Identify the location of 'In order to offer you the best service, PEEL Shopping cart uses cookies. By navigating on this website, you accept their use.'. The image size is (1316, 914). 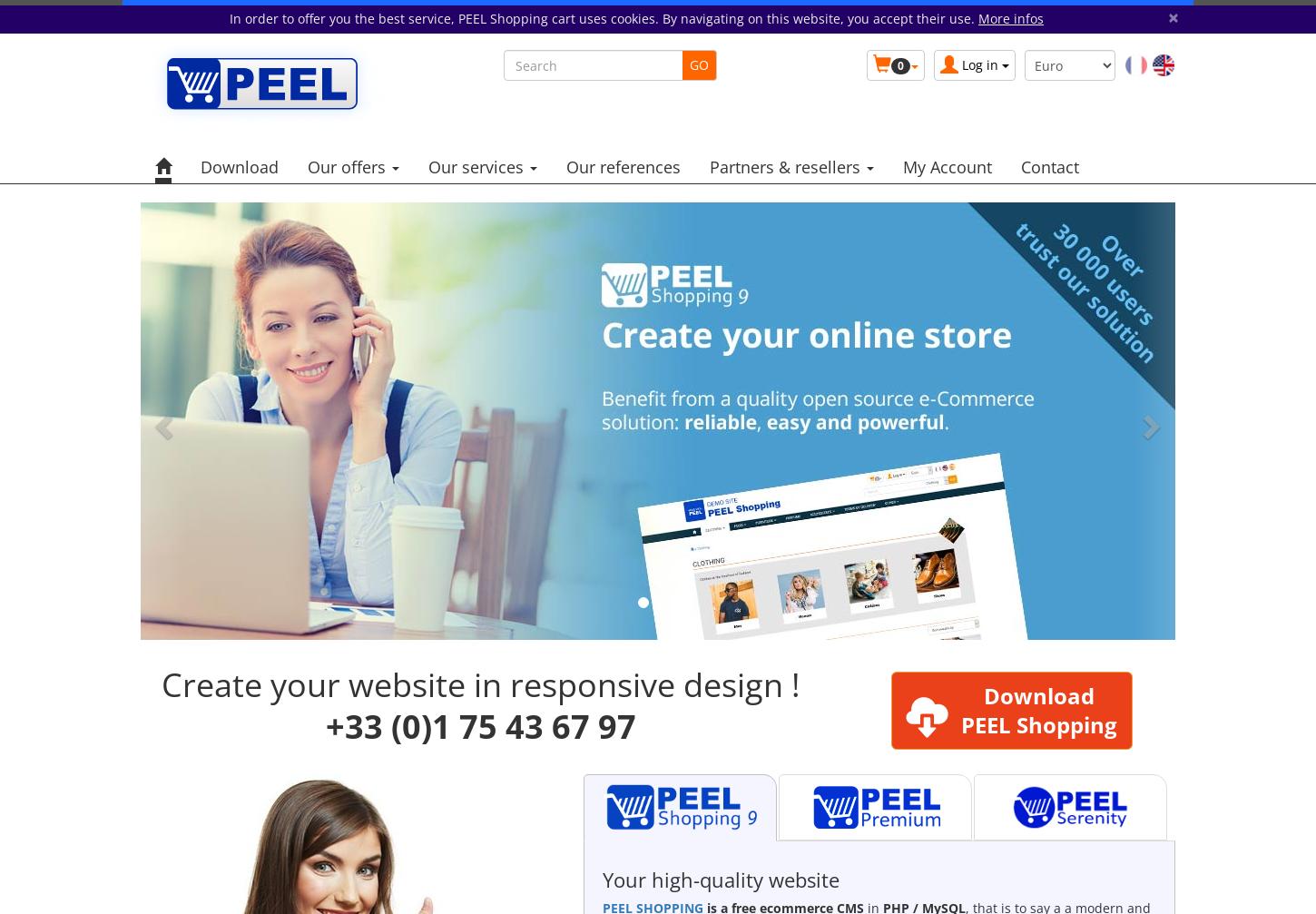
(230, 18).